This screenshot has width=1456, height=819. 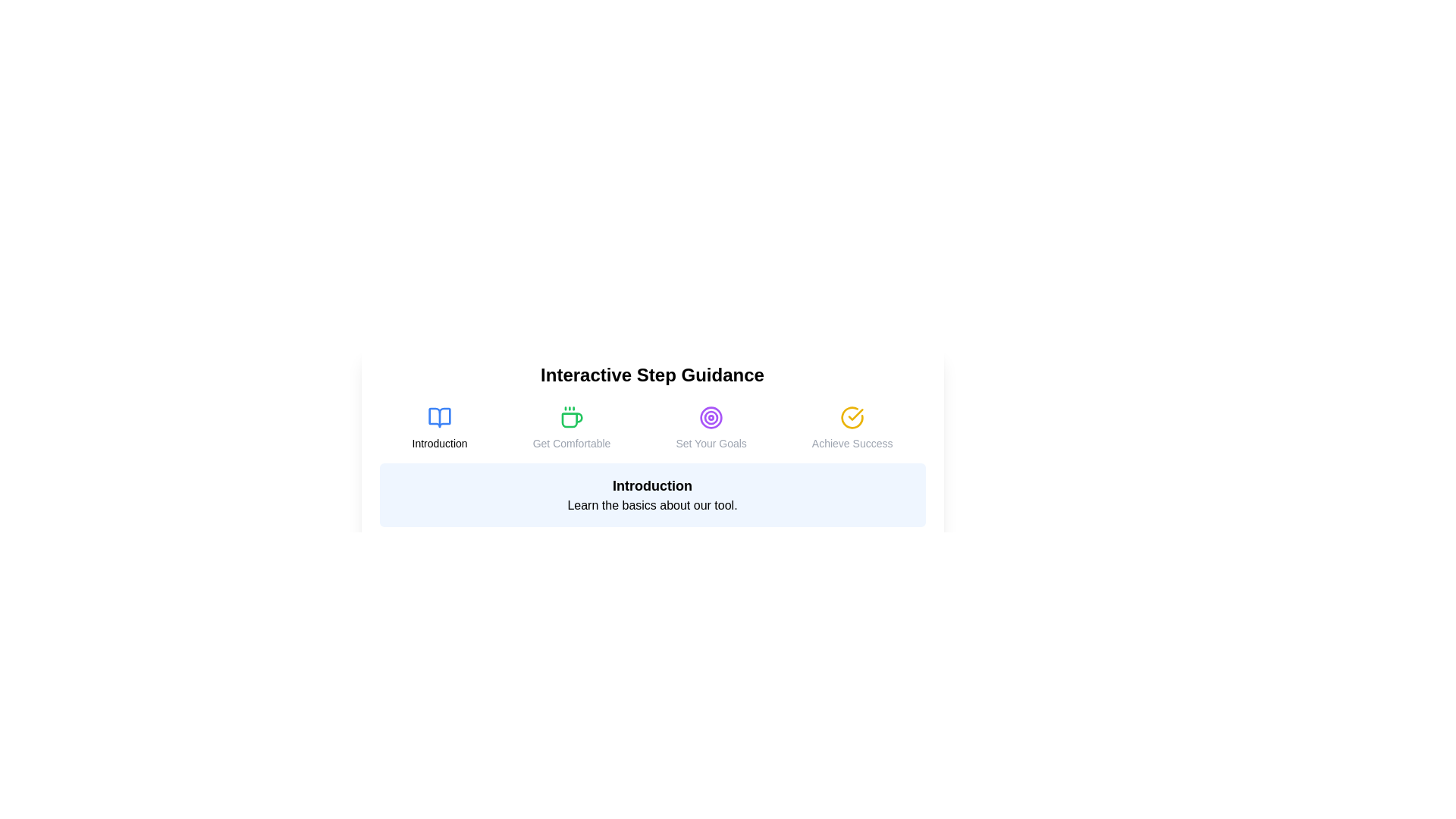 I want to click on the outermost SVG circle of the target icon, which symbolizes precision or selection, so click(x=711, y=418).